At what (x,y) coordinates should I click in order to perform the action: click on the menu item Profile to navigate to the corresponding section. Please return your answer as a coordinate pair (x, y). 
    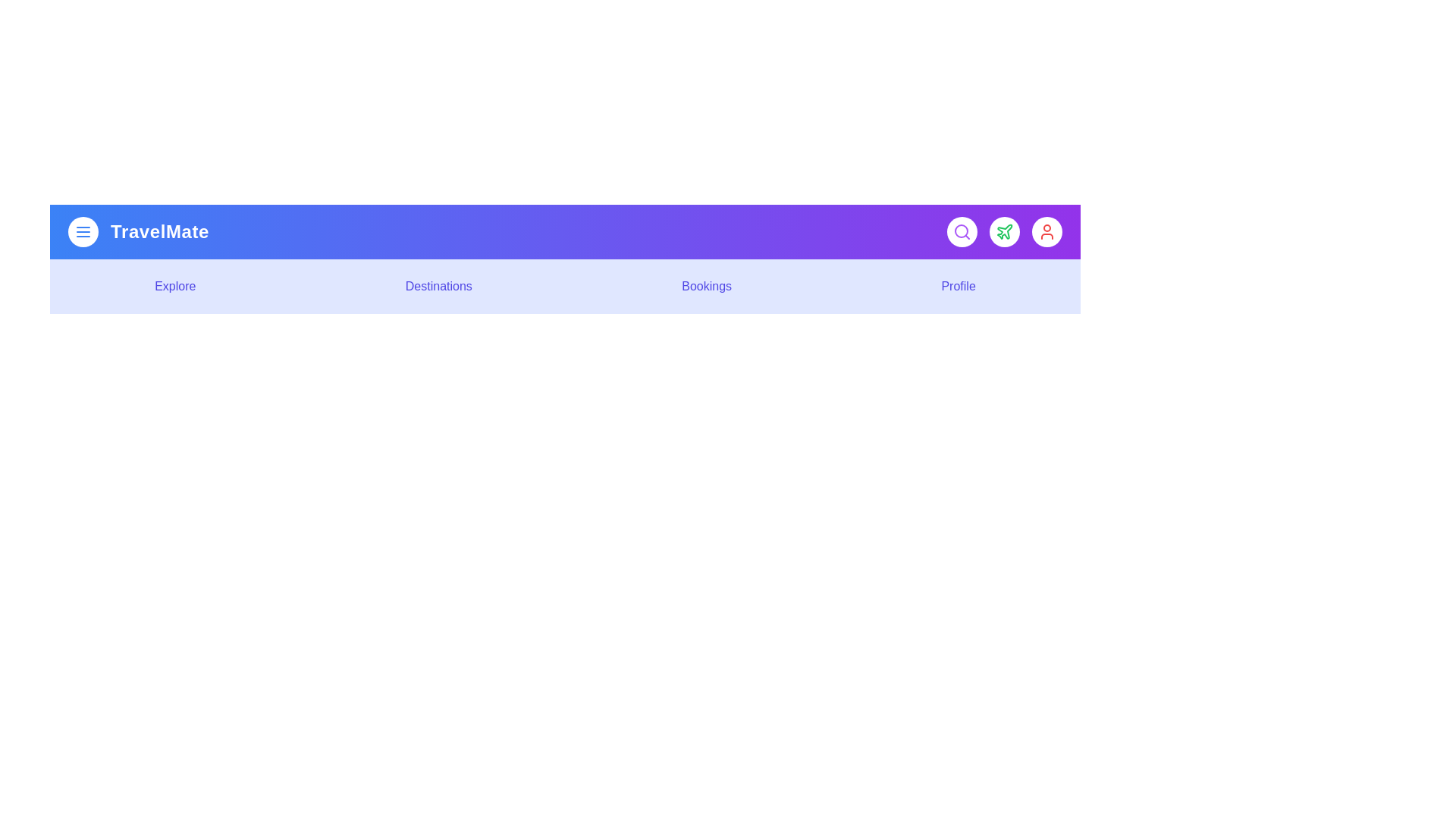
    Looking at the image, I should click on (957, 287).